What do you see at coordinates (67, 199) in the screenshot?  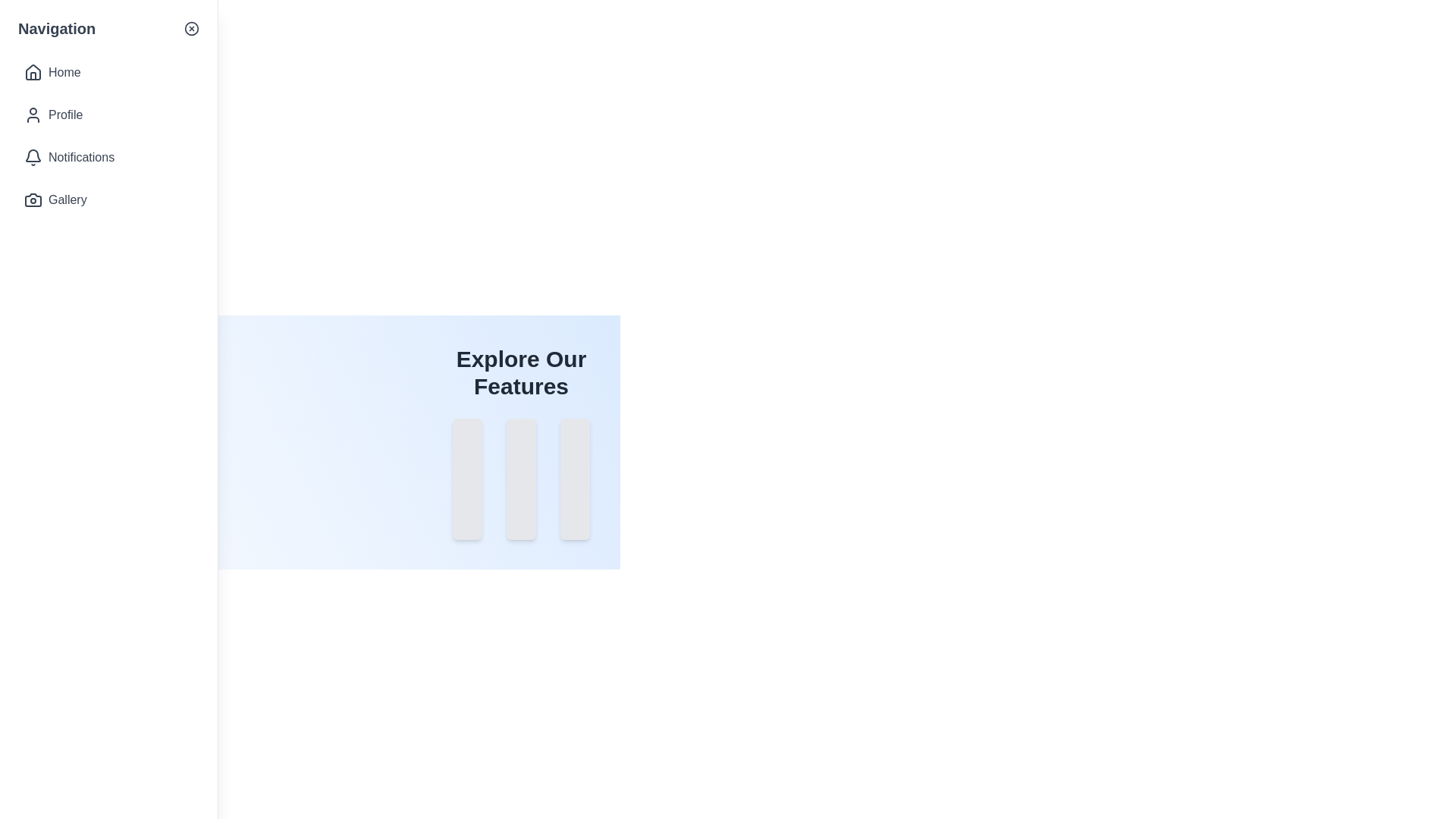 I see `the 'Gallery' text label in the vertical navigation menu, which is styled in dark gray and positioned next to a camera icon` at bounding box center [67, 199].